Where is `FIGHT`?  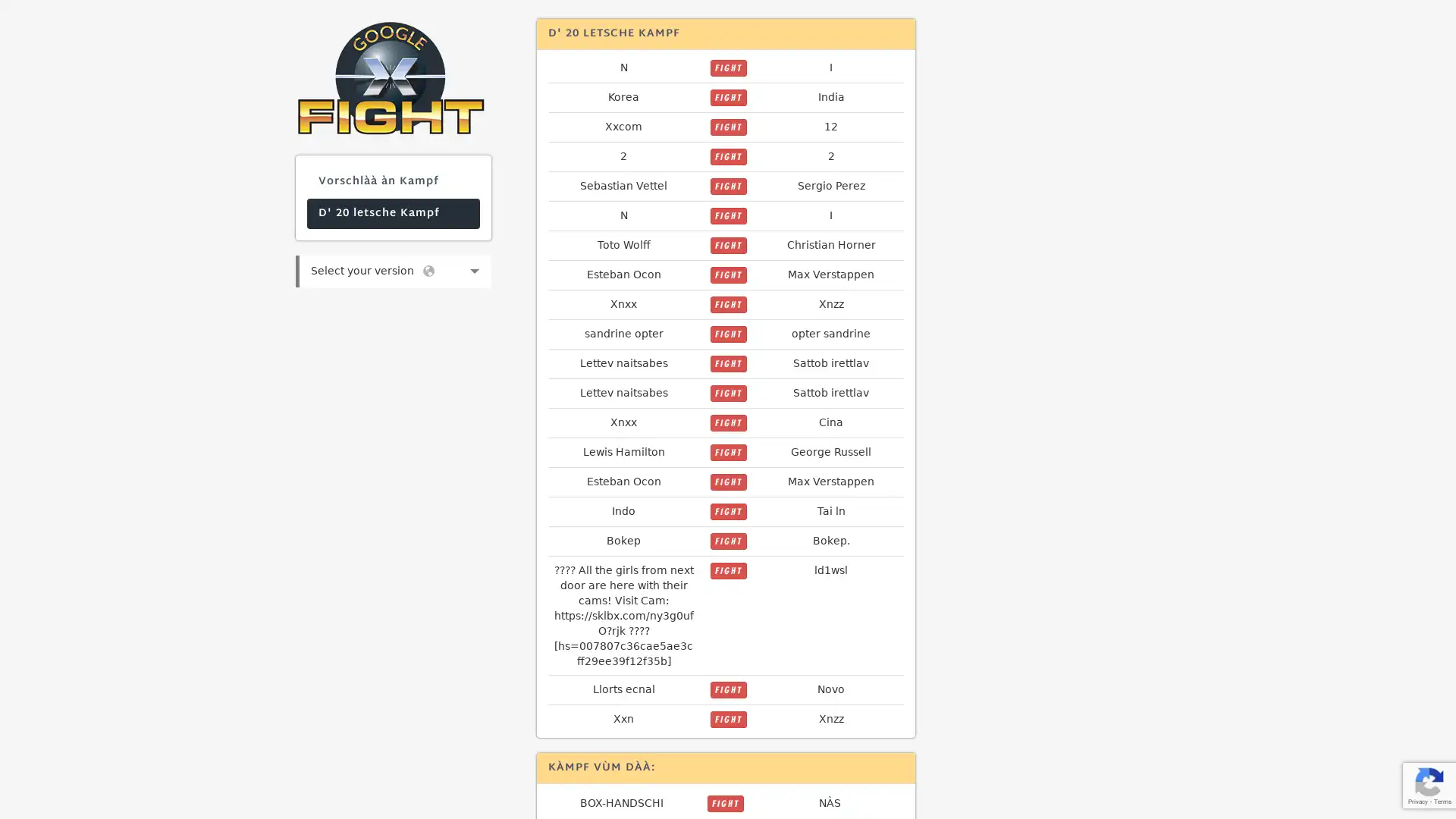 FIGHT is located at coordinates (728, 275).